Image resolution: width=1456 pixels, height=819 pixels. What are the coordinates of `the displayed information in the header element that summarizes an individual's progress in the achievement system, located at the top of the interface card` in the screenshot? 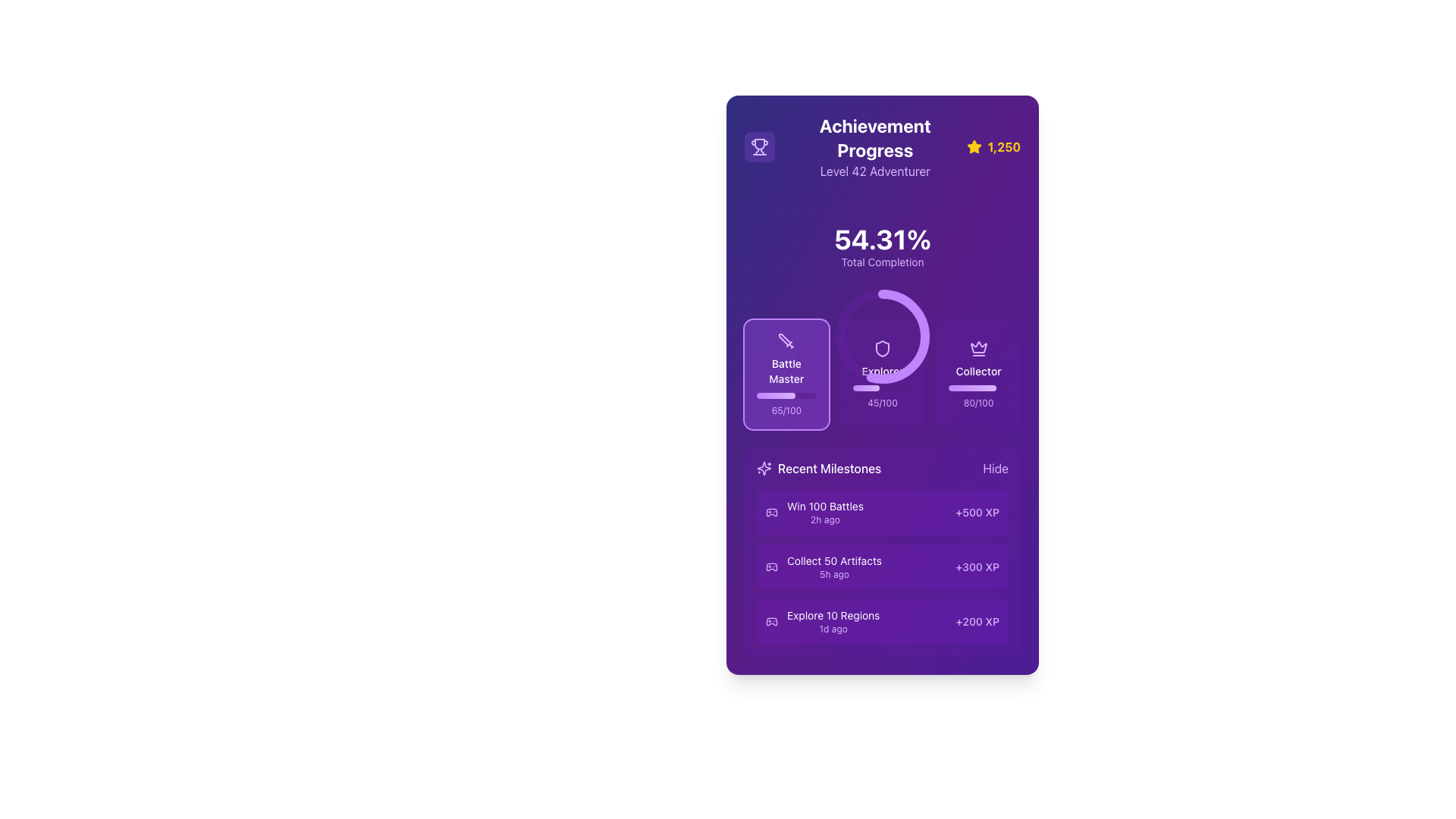 It's located at (882, 146).